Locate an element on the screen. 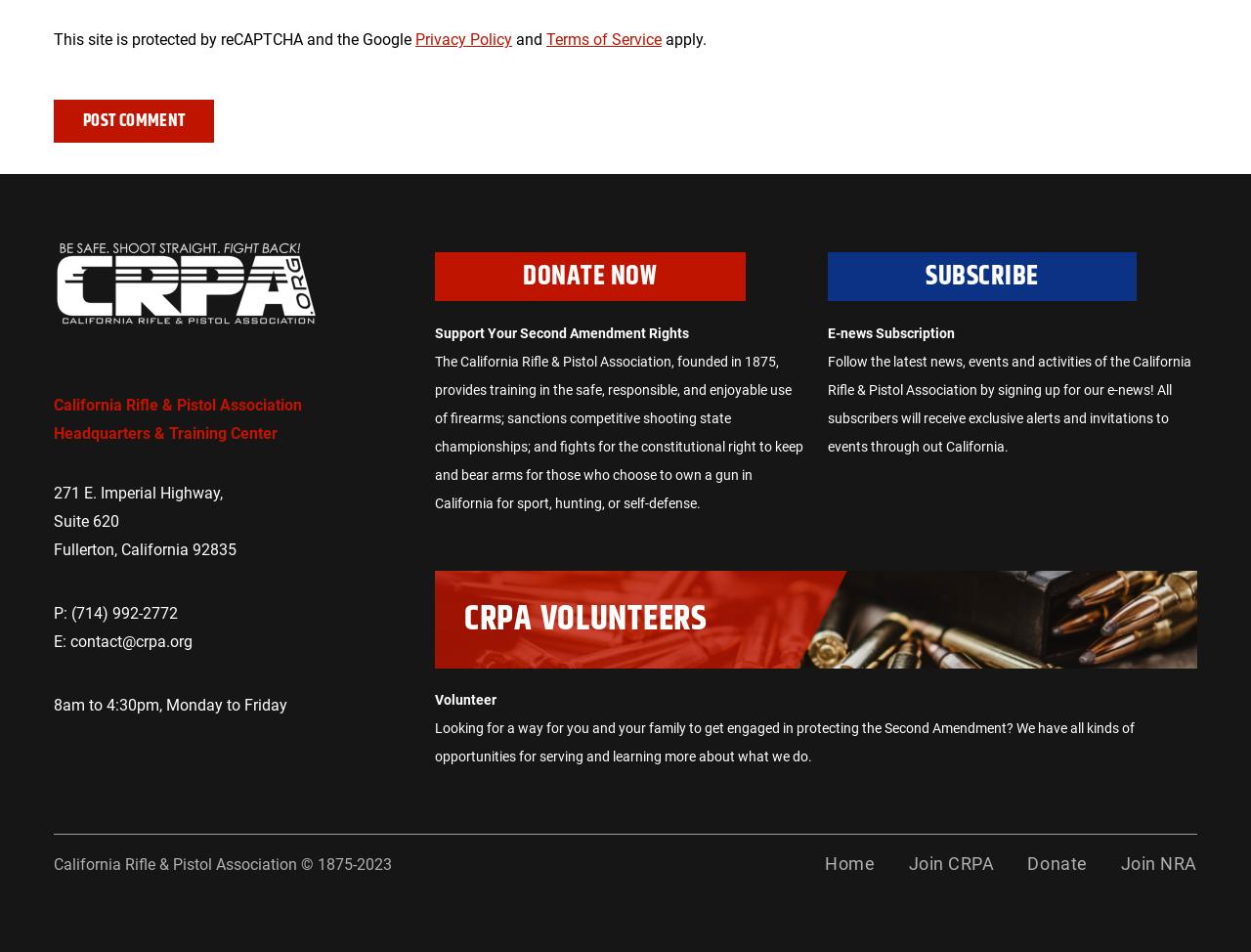  'Subscribe' is located at coordinates (981, 276).